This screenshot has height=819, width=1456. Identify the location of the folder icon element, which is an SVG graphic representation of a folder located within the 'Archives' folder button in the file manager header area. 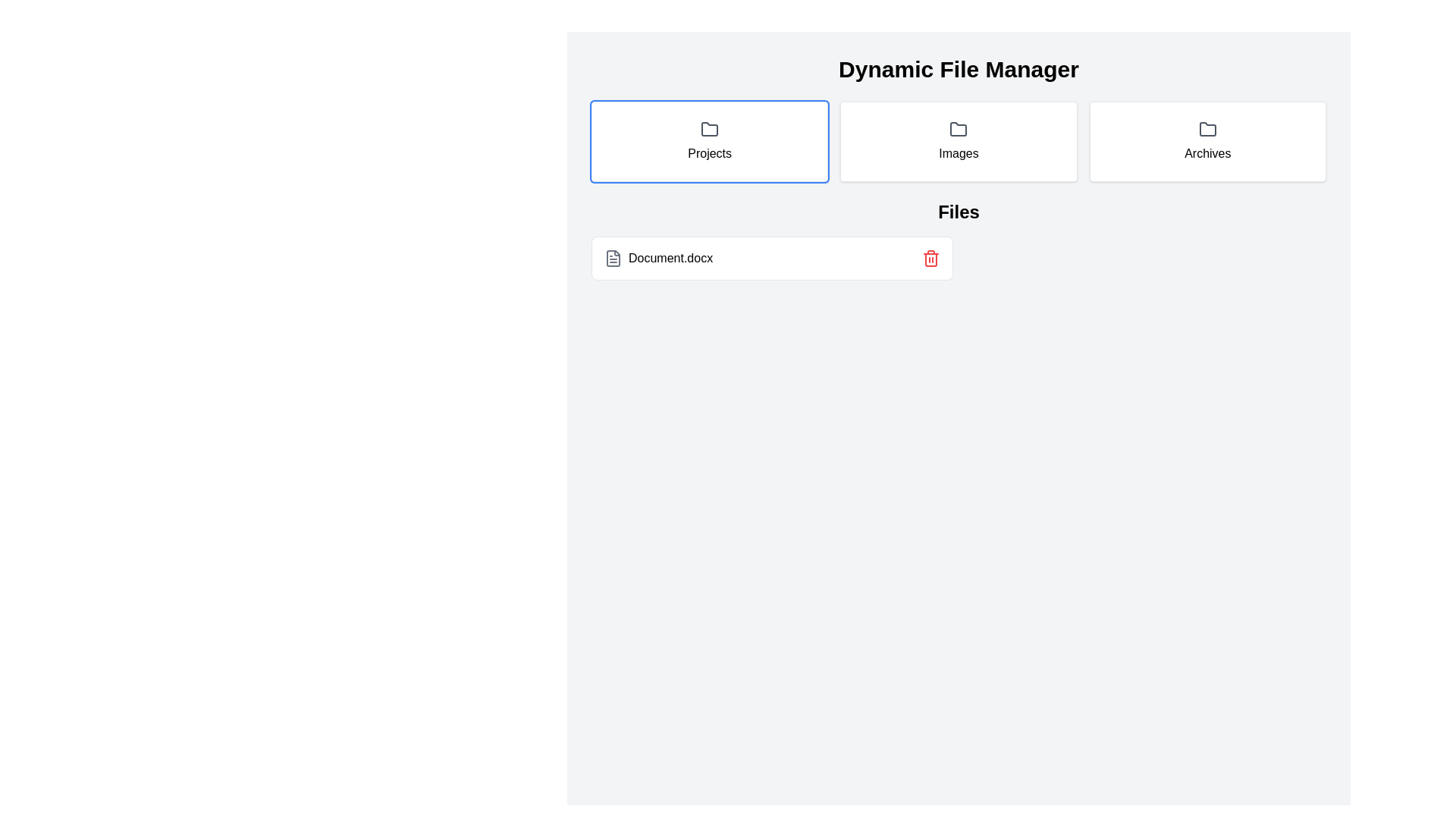
(1207, 128).